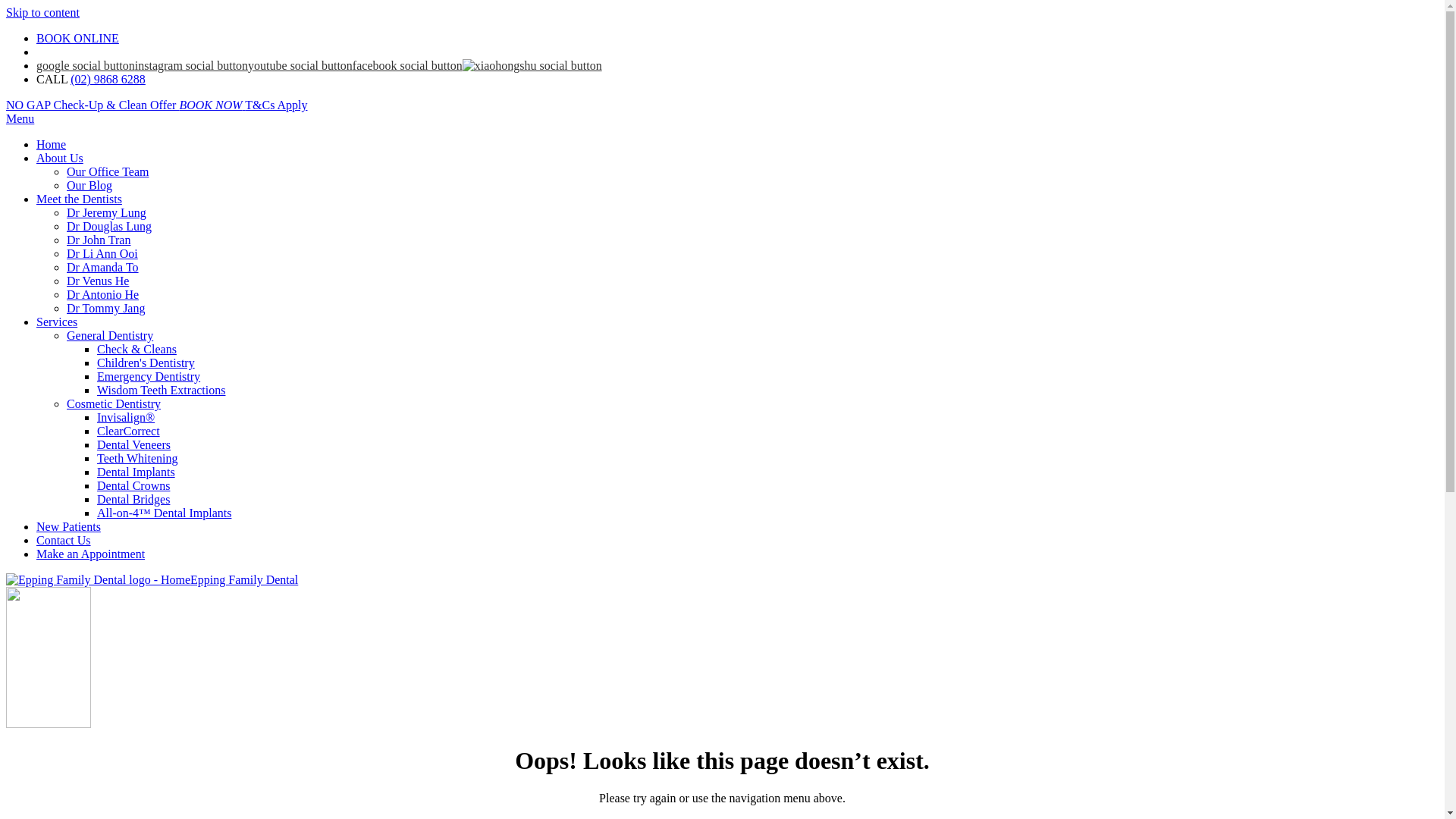 This screenshot has width=1456, height=819. I want to click on 'facebook social button', so click(407, 64).